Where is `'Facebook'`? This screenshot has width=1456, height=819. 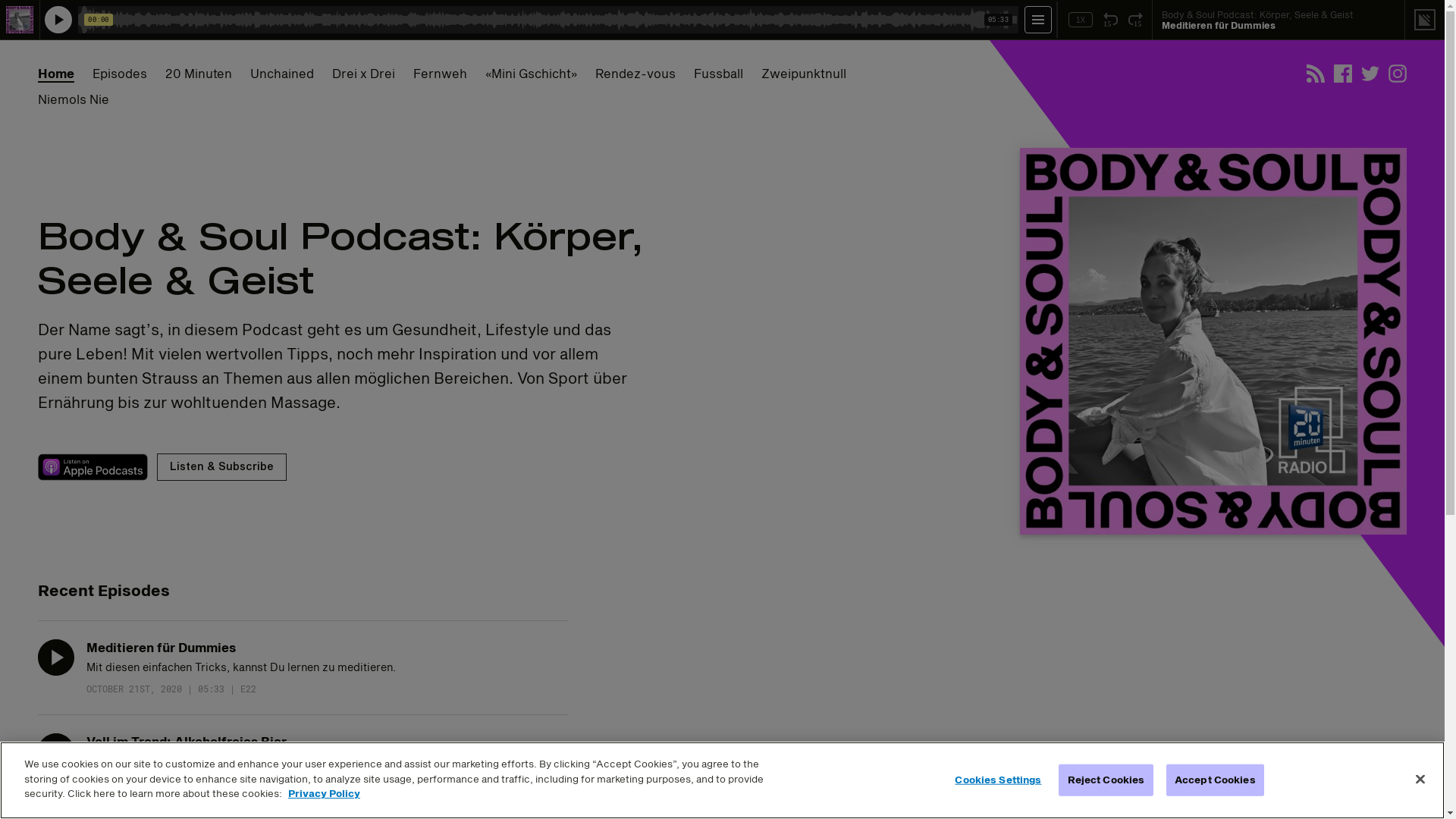 'Facebook' is located at coordinates (1343, 73).